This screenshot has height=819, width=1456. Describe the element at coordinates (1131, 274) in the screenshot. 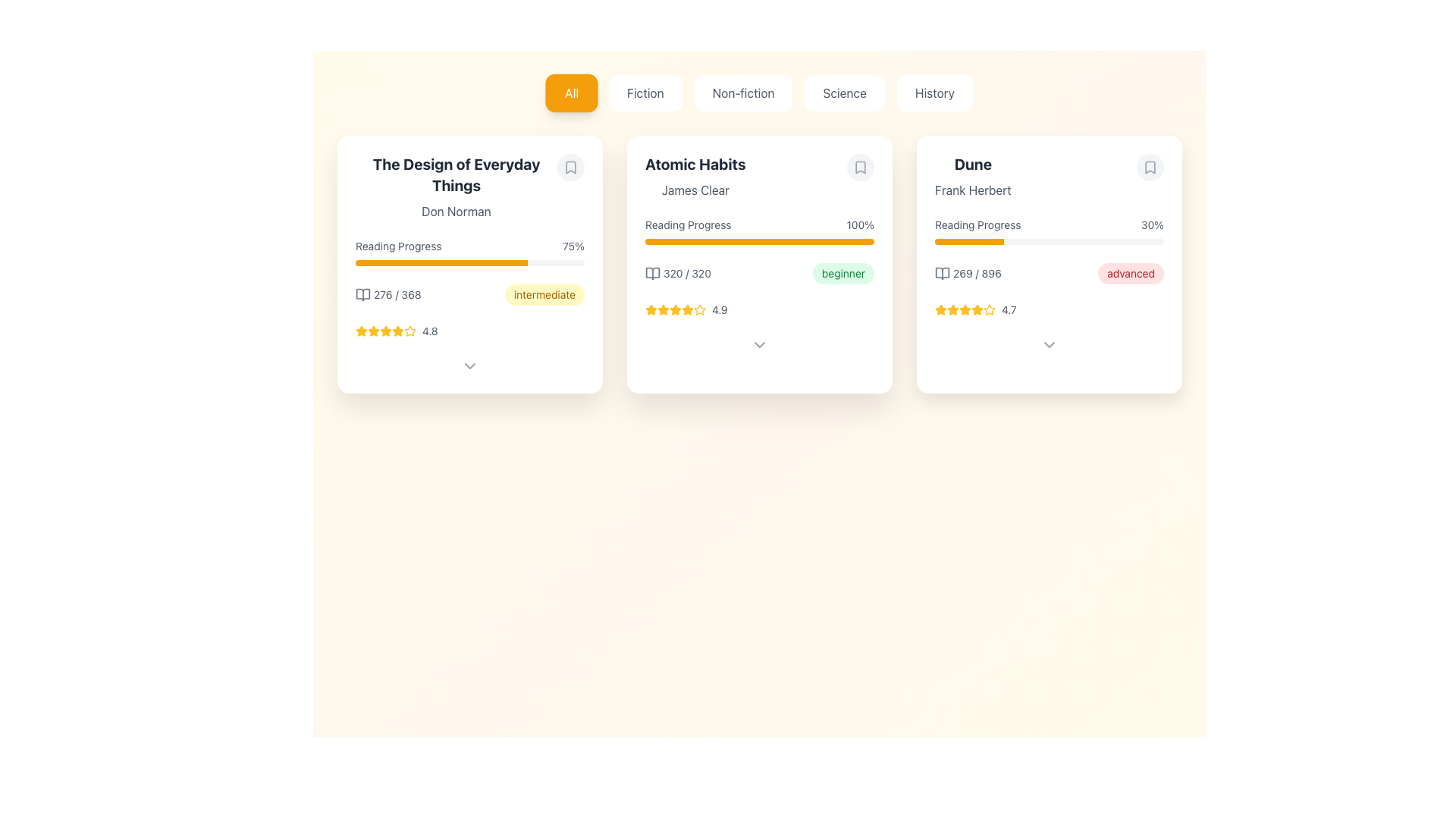

I see `the label with red background and text reading 'advanced', located in the bottom right corner of the 'Dune' book card, near the progress statistics '269 / 896'` at that location.